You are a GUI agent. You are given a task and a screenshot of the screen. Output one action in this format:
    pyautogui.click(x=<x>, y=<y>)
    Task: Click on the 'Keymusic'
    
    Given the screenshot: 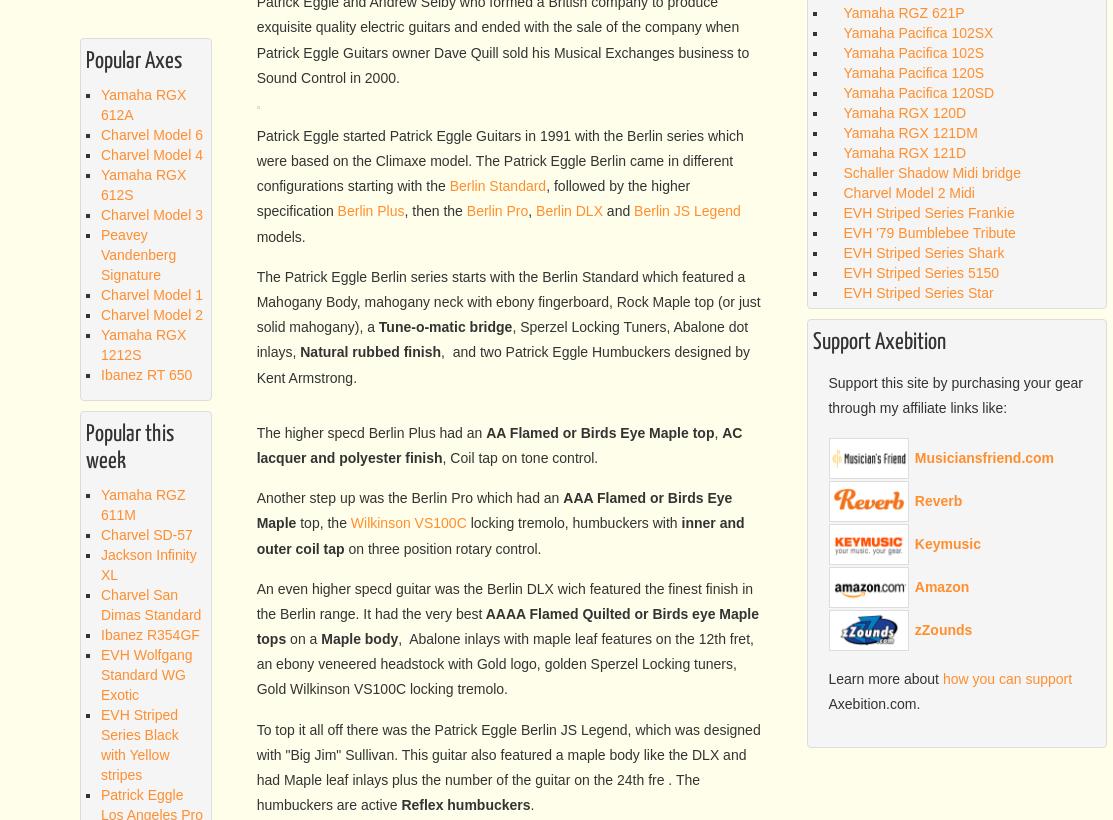 What is the action you would take?
    pyautogui.click(x=946, y=542)
    